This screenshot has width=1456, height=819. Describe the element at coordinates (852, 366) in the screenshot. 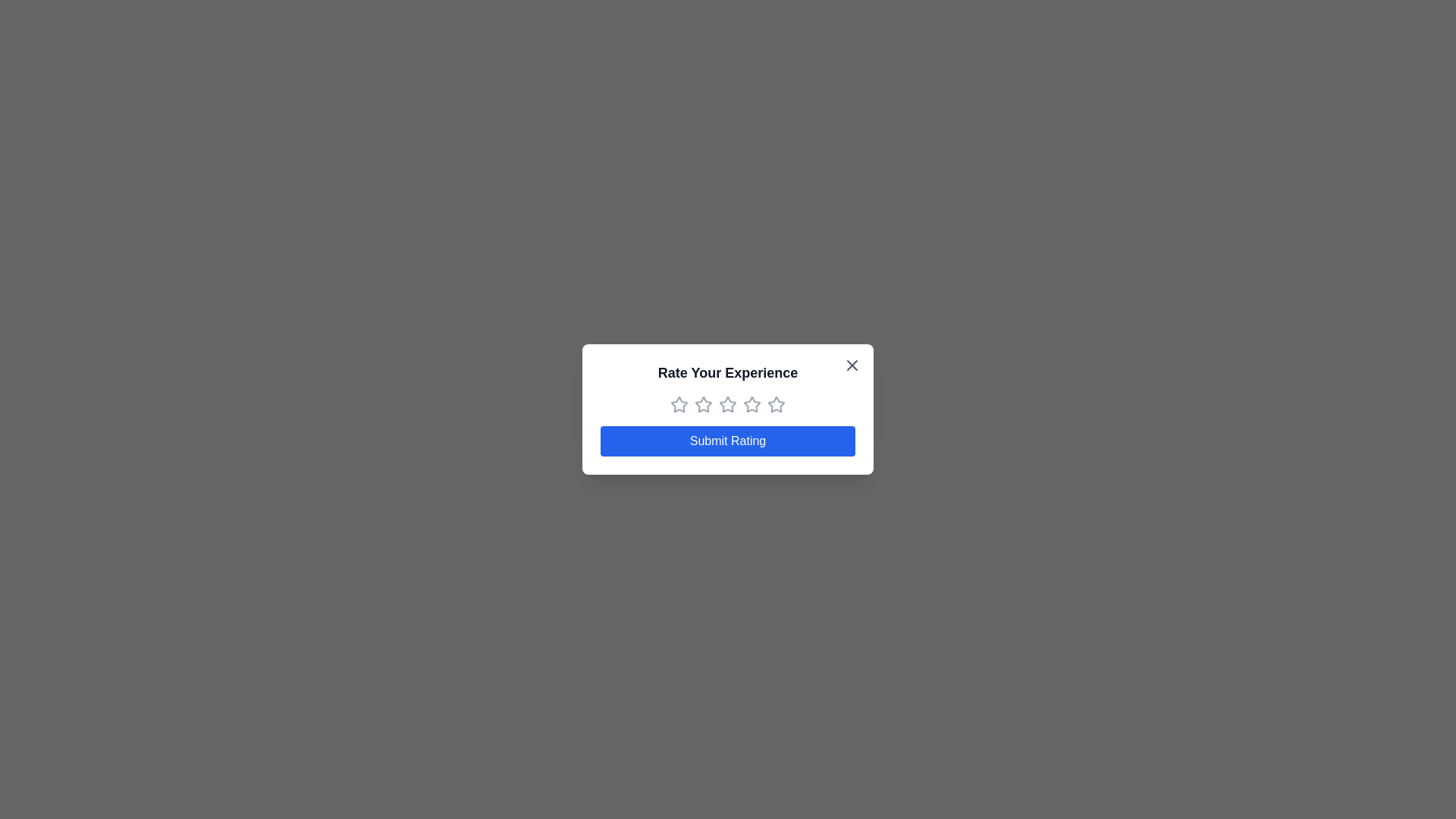

I see `the 'X' button to close the dialog` at that location.